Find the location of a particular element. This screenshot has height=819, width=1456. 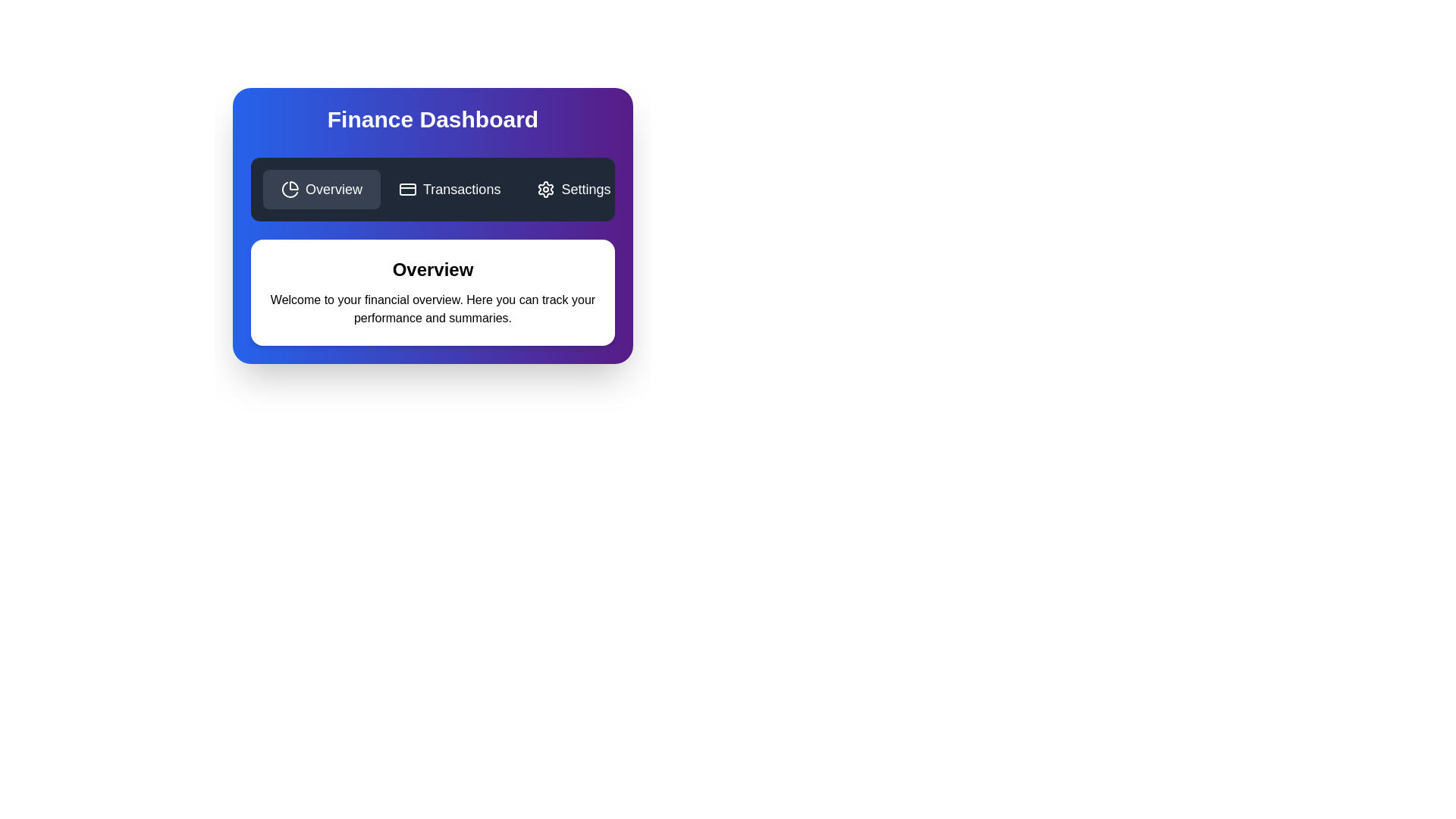

the 'Settings' button, which is a rectangular button with a dark background, a white settings gear icon, and the text 'Settings' in white font, located is located at coordinates (573, 189).